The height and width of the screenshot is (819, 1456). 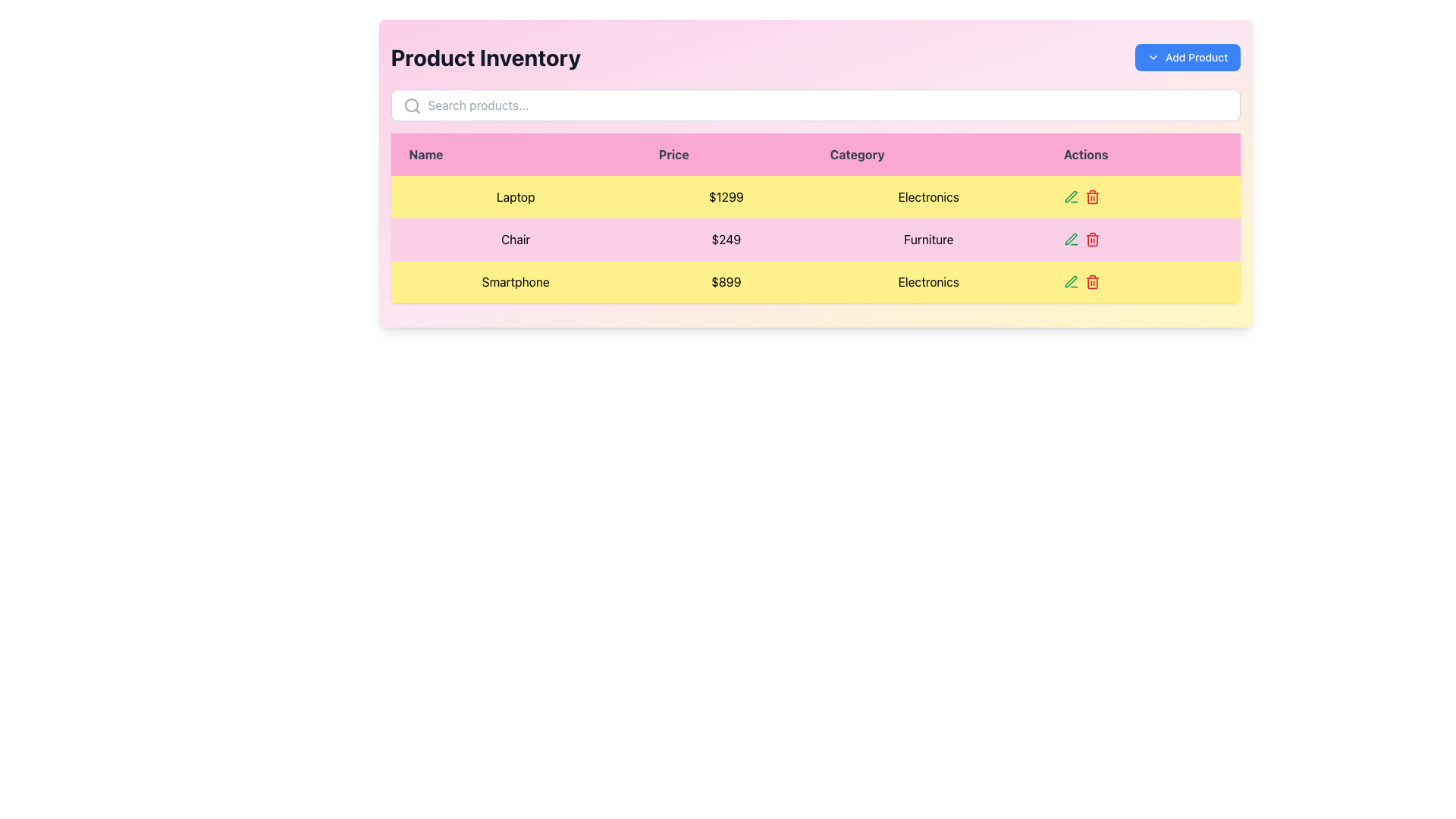 What do you see at coordinates (1092, 281) in the screenshot?
I see `the delete action icon for the 'Smartphone' product row to potentially display a tooltip` at bounding box center [1092, 281].